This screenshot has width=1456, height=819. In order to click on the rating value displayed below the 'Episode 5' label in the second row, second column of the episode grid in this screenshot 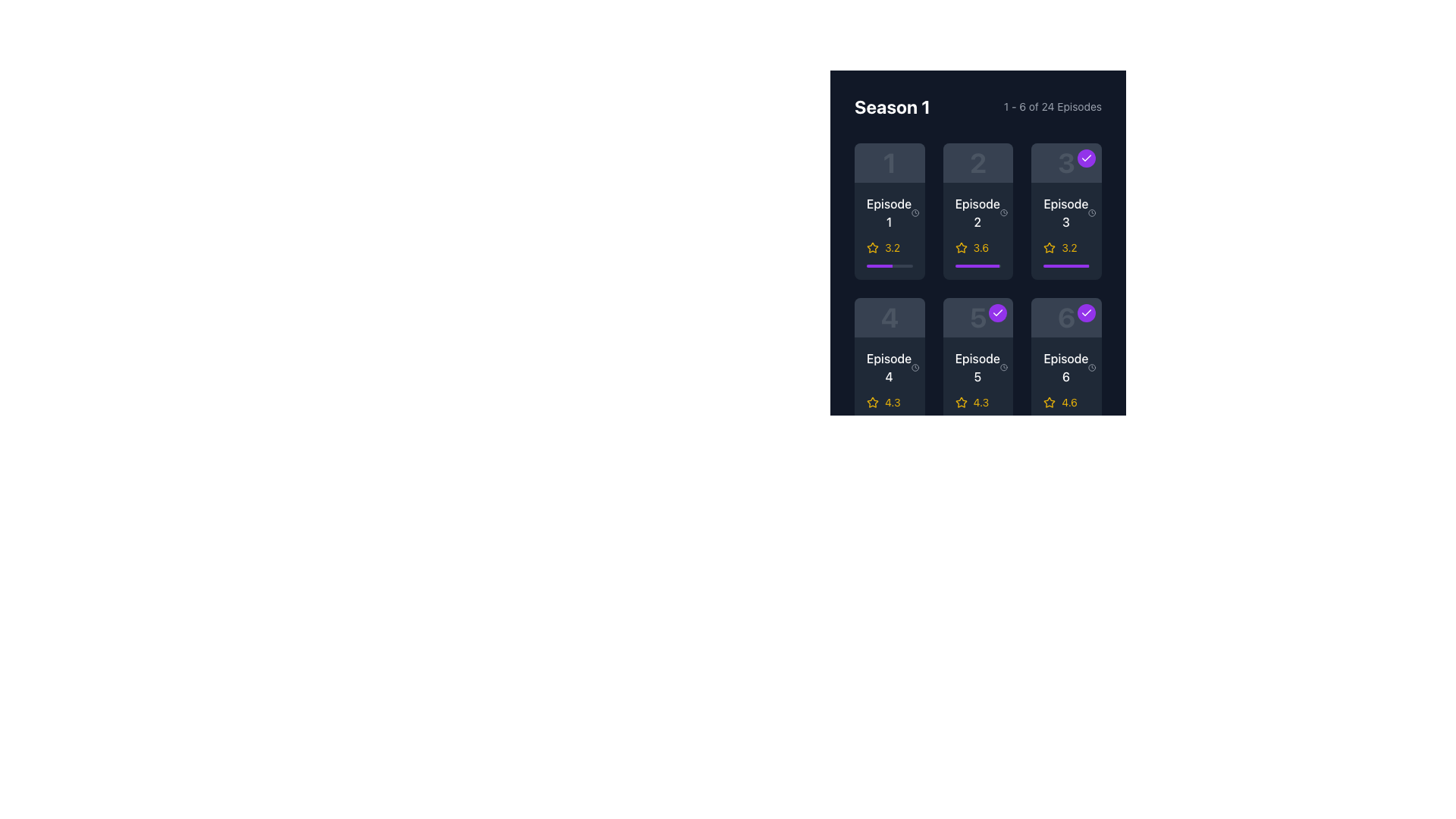, I will do `click(978, 402)`.